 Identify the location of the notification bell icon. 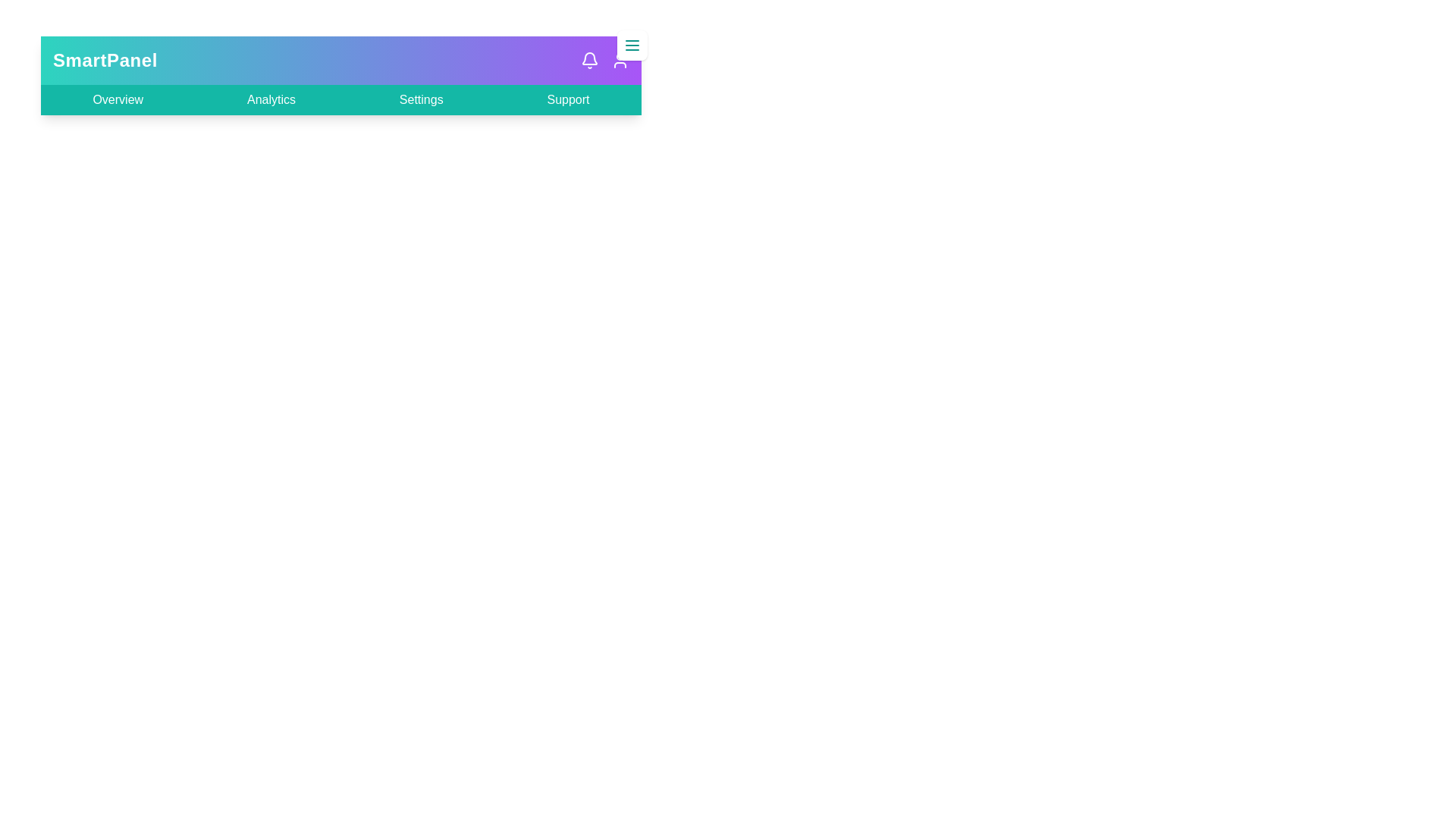
(588, 60).